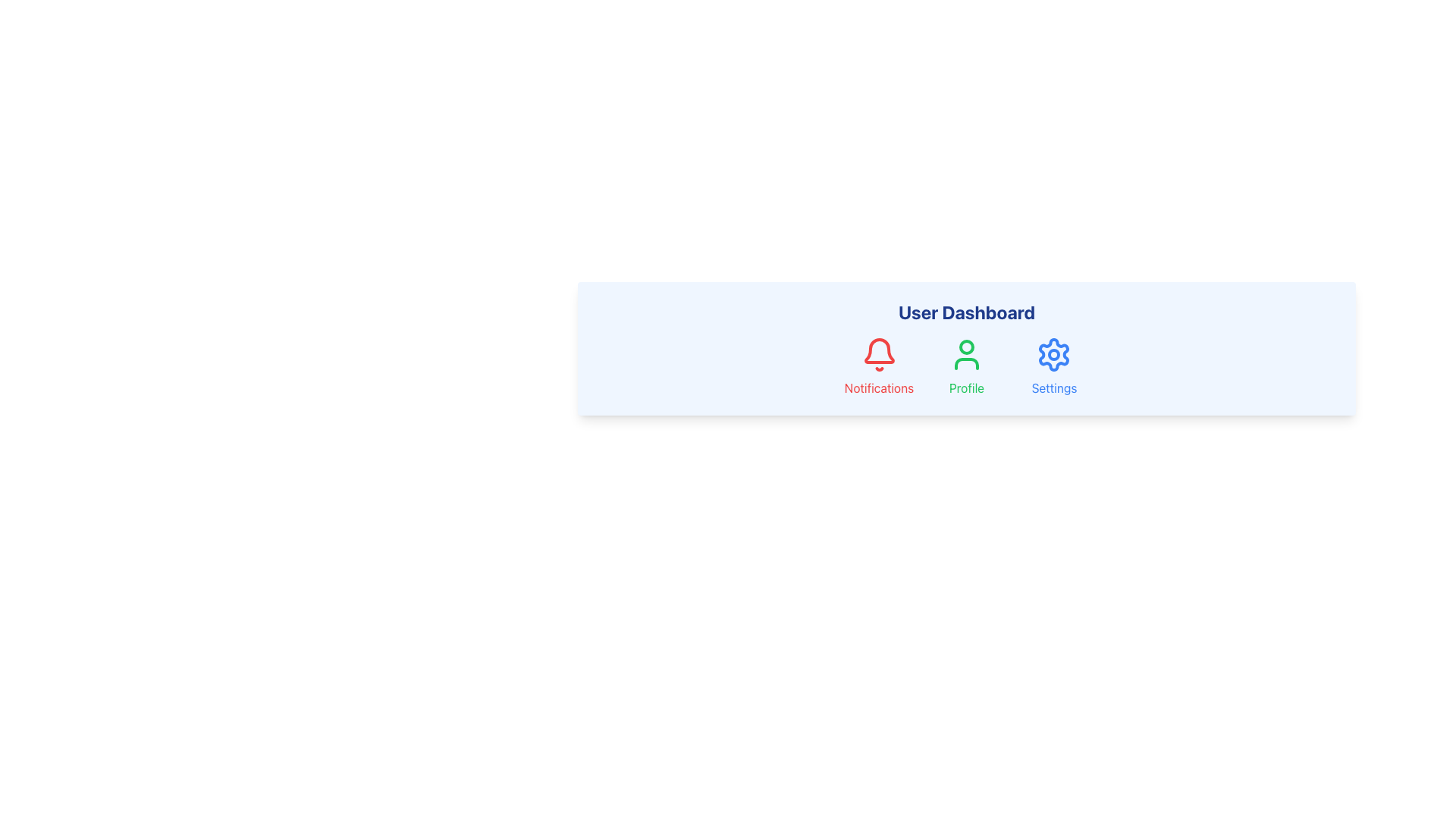  Describe the element at coordinates (966, 347) in the screenshot. I see `the small circular shape with a border, part of the profile icon located under the text 'Profile'` at that location.